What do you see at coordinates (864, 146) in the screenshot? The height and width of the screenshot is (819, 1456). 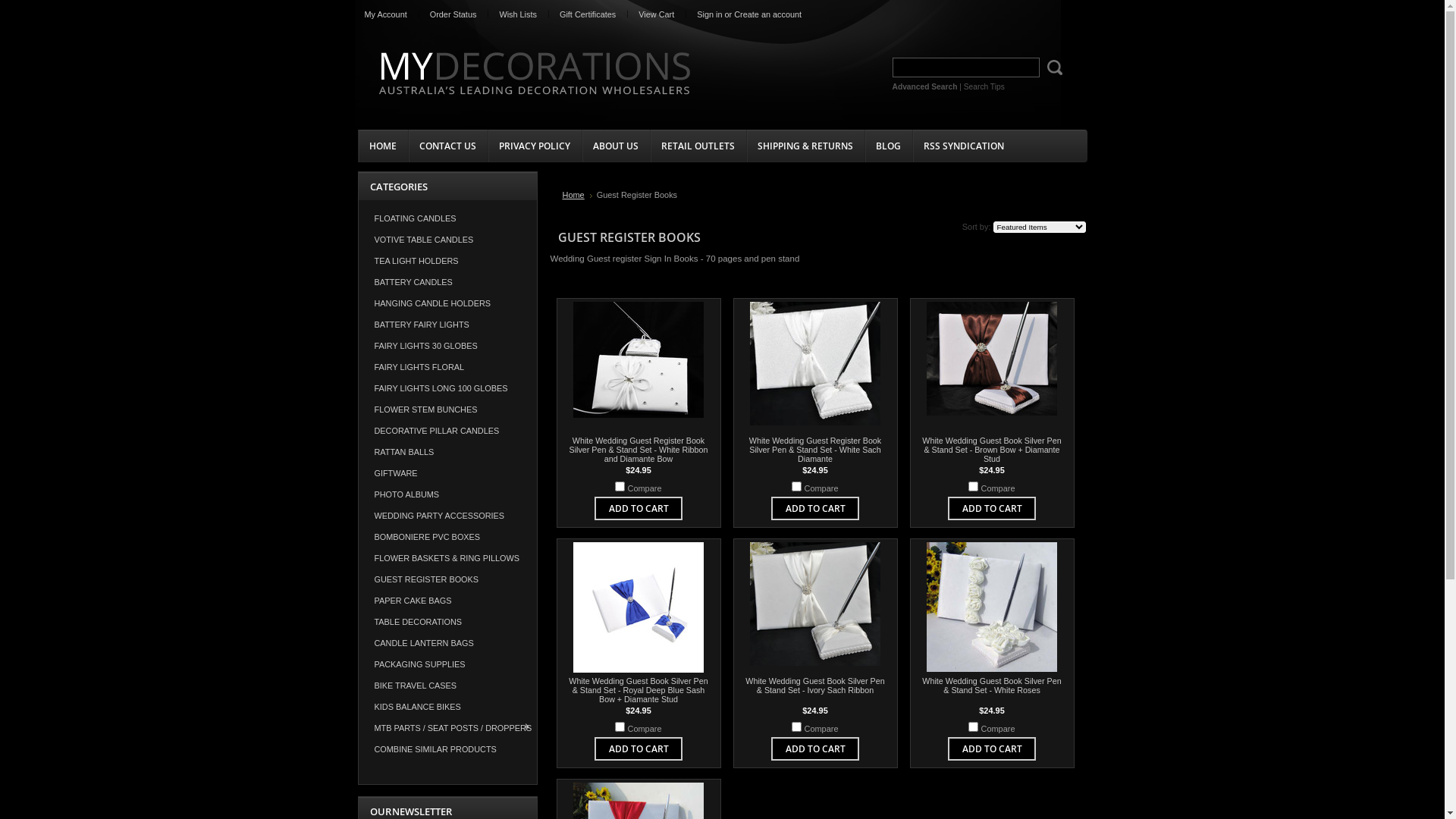 I see `'BLOG'` at bounding box center [864, 146].